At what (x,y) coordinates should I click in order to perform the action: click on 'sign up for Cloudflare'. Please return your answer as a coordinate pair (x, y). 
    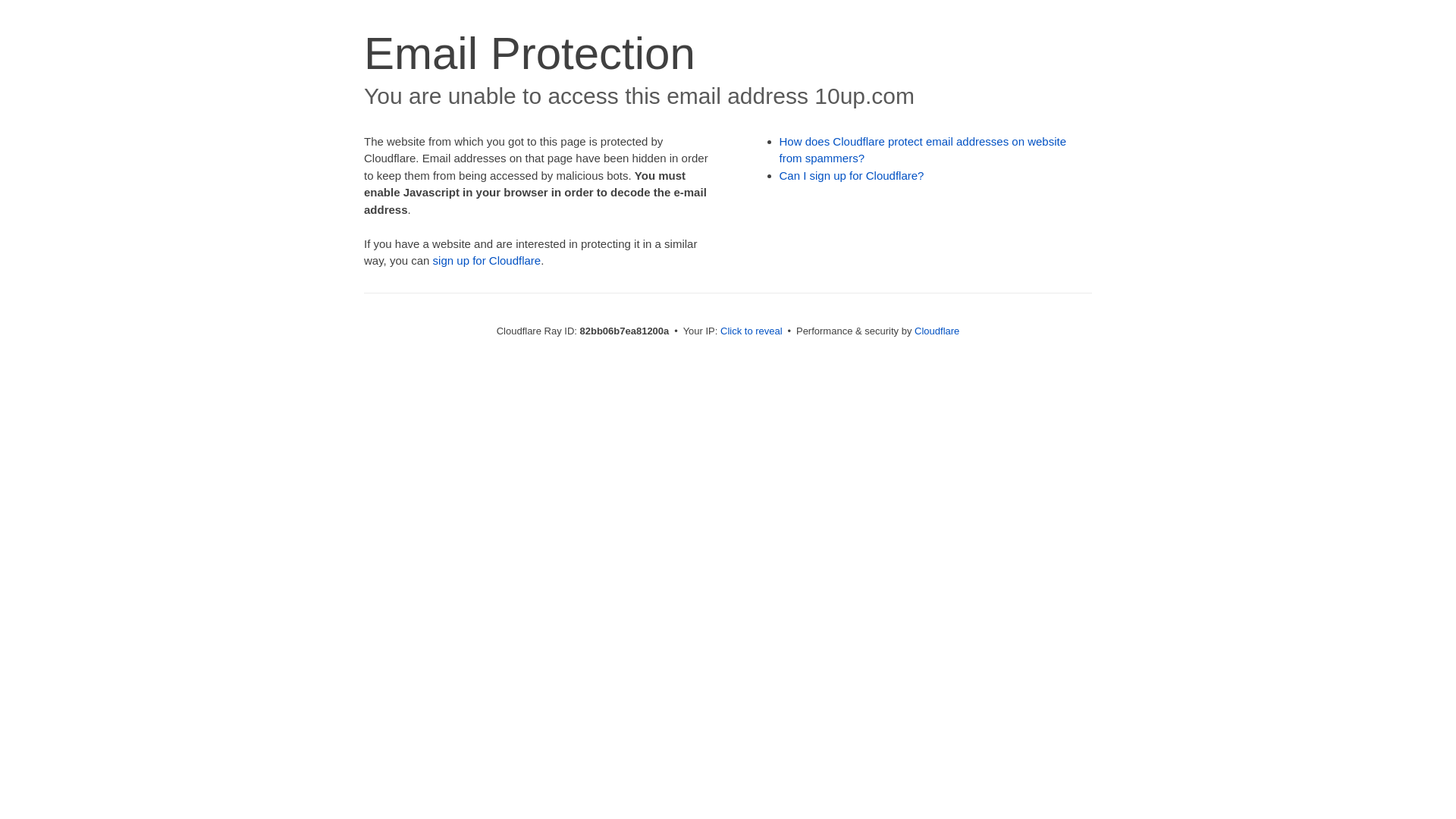
    Looking at the image, I should click on (487, 259).